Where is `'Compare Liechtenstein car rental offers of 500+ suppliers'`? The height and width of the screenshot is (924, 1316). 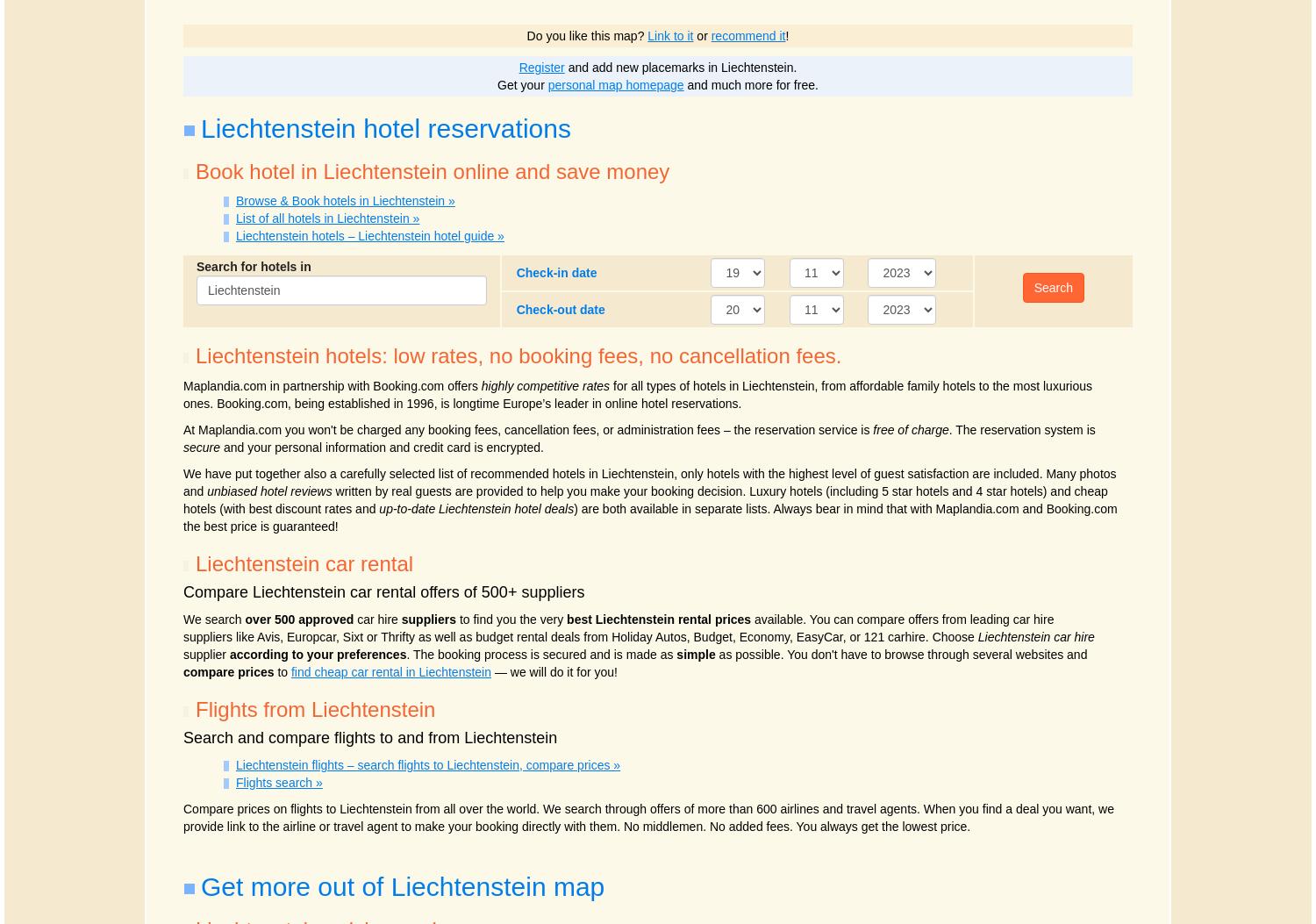 'Compare Liechtenstein car rental offers of 500+ suppliers' is located at coordinates (383, 591).